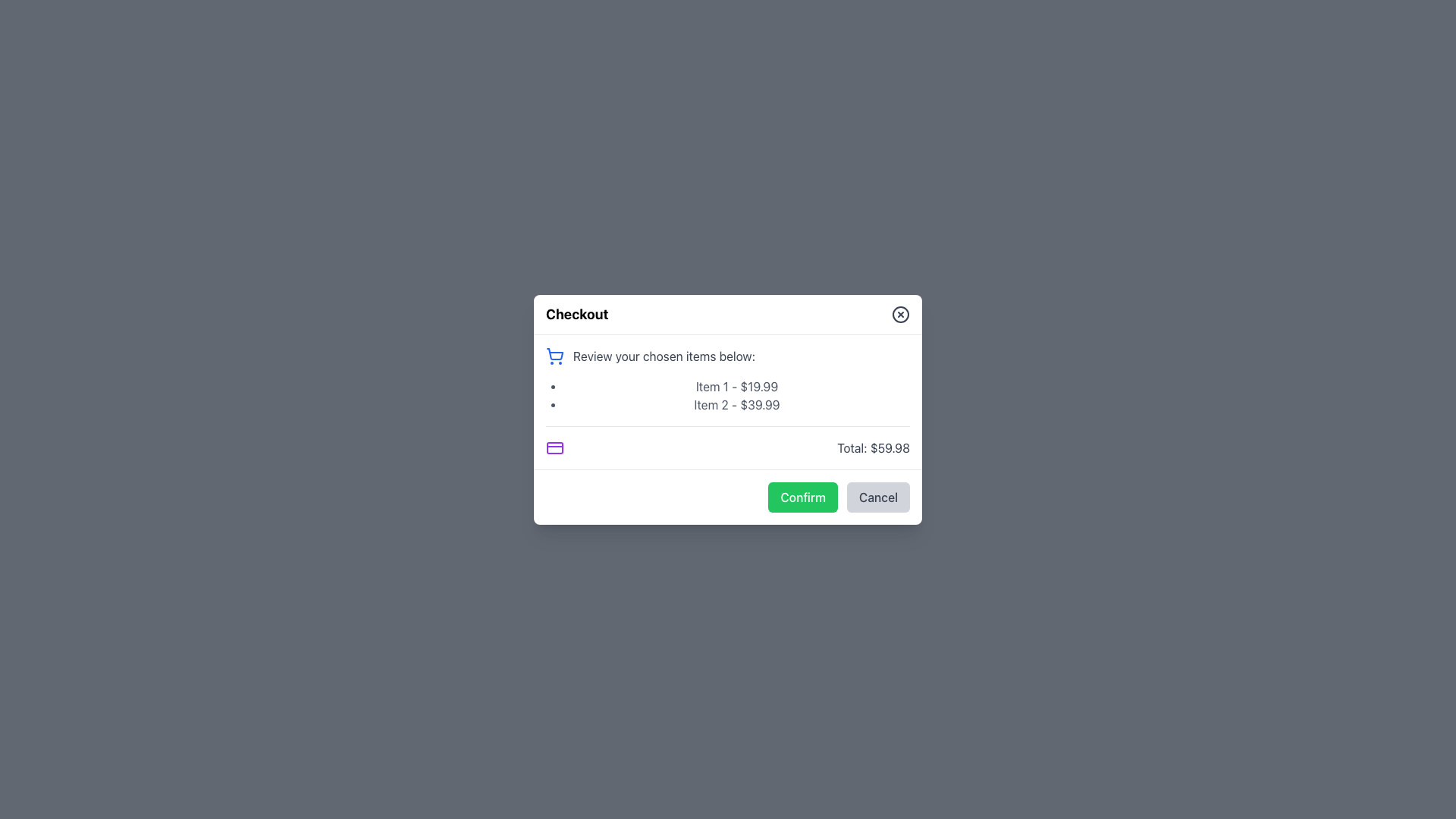  What do you see at coordinates (736, 385) in the screenshot?
I see `the first item in the checkout summary bulleted list displaying the name and price of an item, which is located at the center of the checkout summary card` at bounding box center [736, 385].